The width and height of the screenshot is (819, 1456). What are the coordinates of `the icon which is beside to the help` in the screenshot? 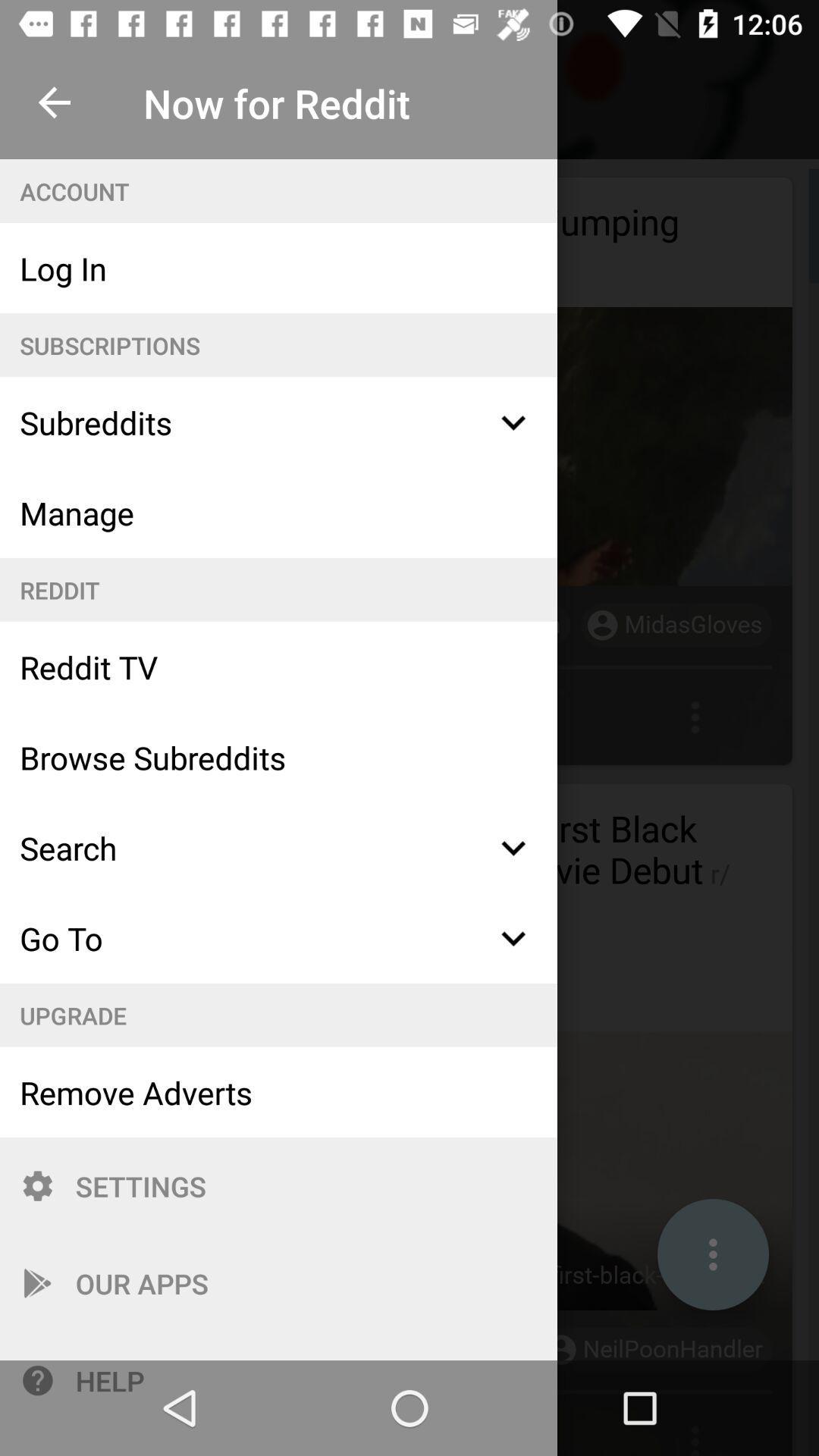 It's located at (37, 1380).